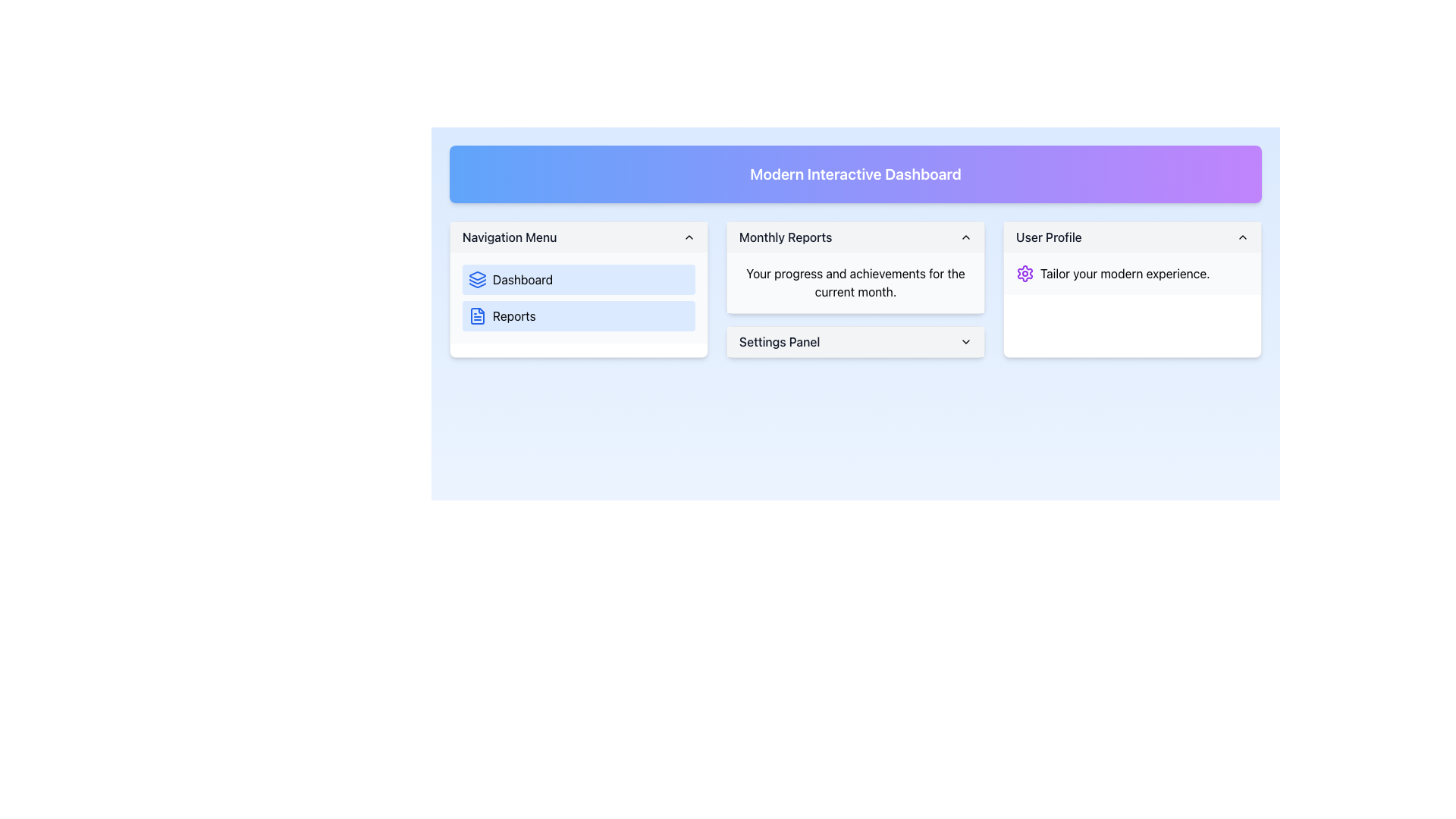 This screenshot has width=1456, height=819. What do you see at coordinates (1025, 274) in the screenshot?
I see `the cogwheel icon in dark purple, located to the left of the text 'Tailor your modern experience' in the 'User Profile' section at the top-right corner of the interface` at bounding box center [1025, 274].